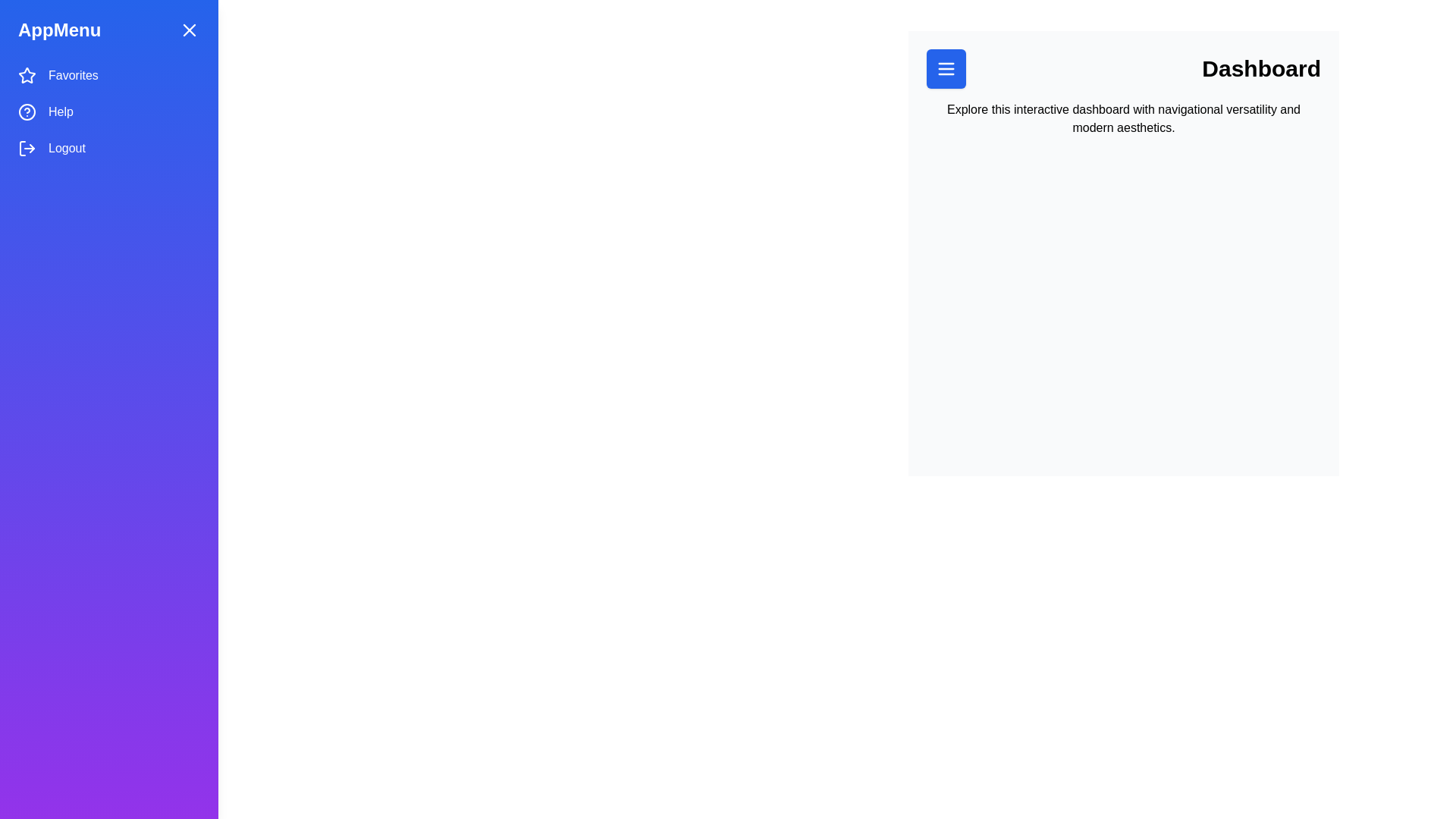 The height and width of the screenshot is (819, 1456). Describe the element at coordinates (27, 149) in the screenshot. I see `the logout icon, which is a thin, modern arrow pointing right exiting from a bracket, located adjacent to the 'Logout' text in the left vertical navigation menu` at that location.